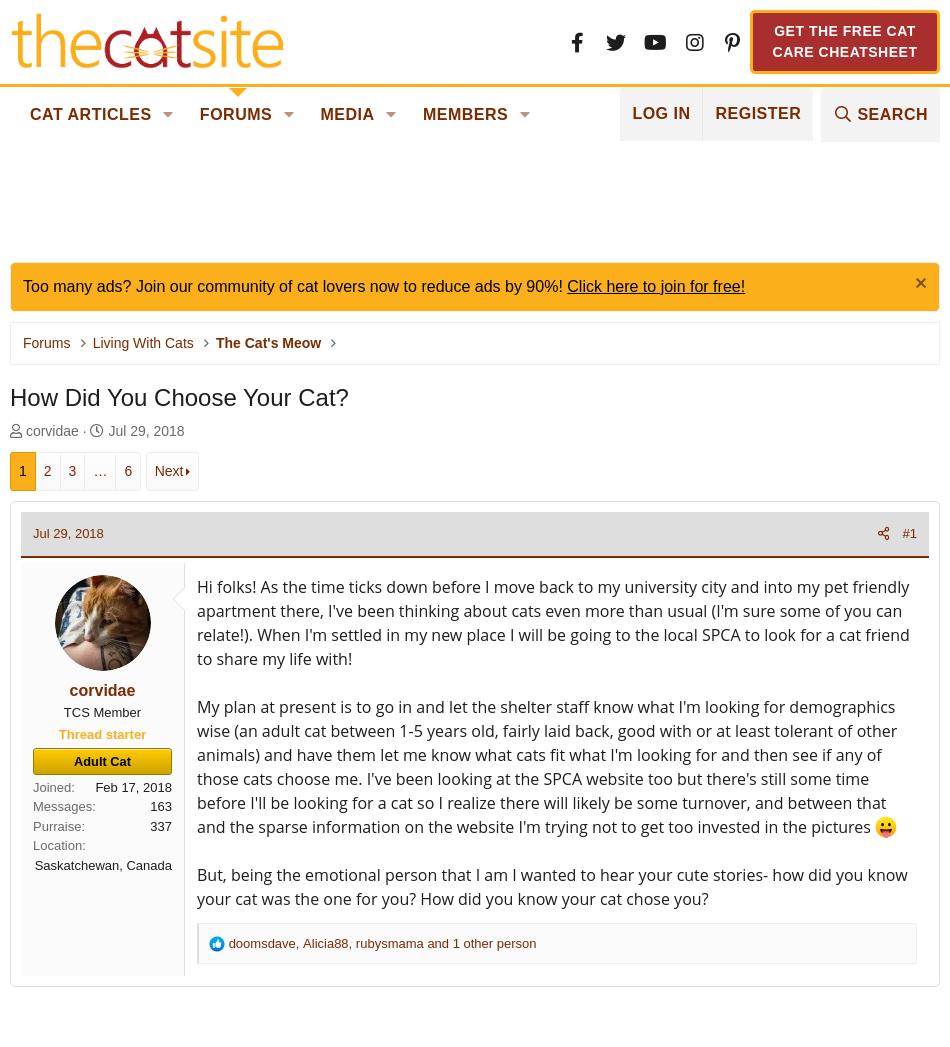  I want to click on 'Location', so click(57, 845).